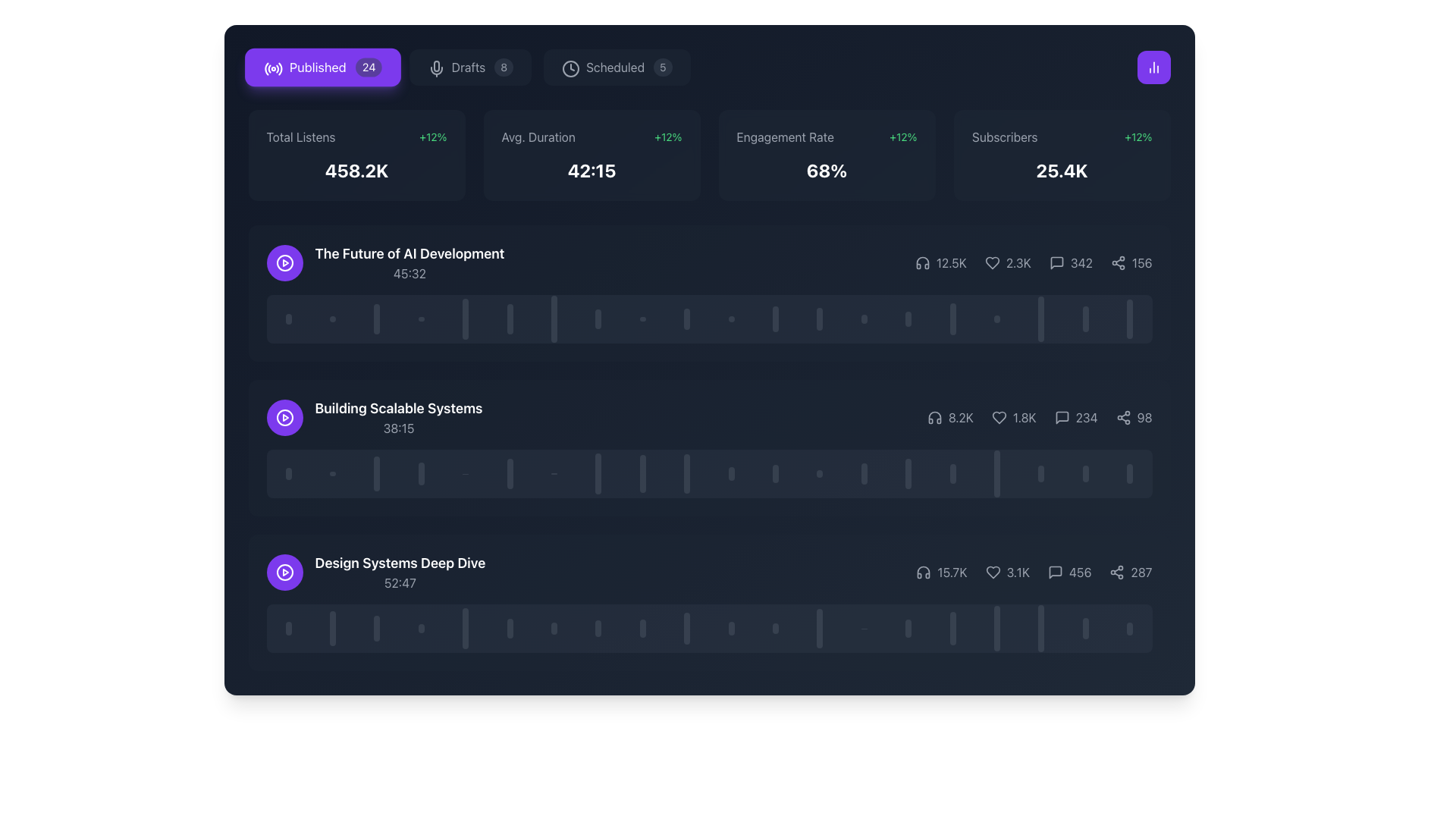 Image resolution: width=1456 pixels, height=819 pixels. I want to click on the 19th vertical bar in the progress bar component, so click(1084, 472).